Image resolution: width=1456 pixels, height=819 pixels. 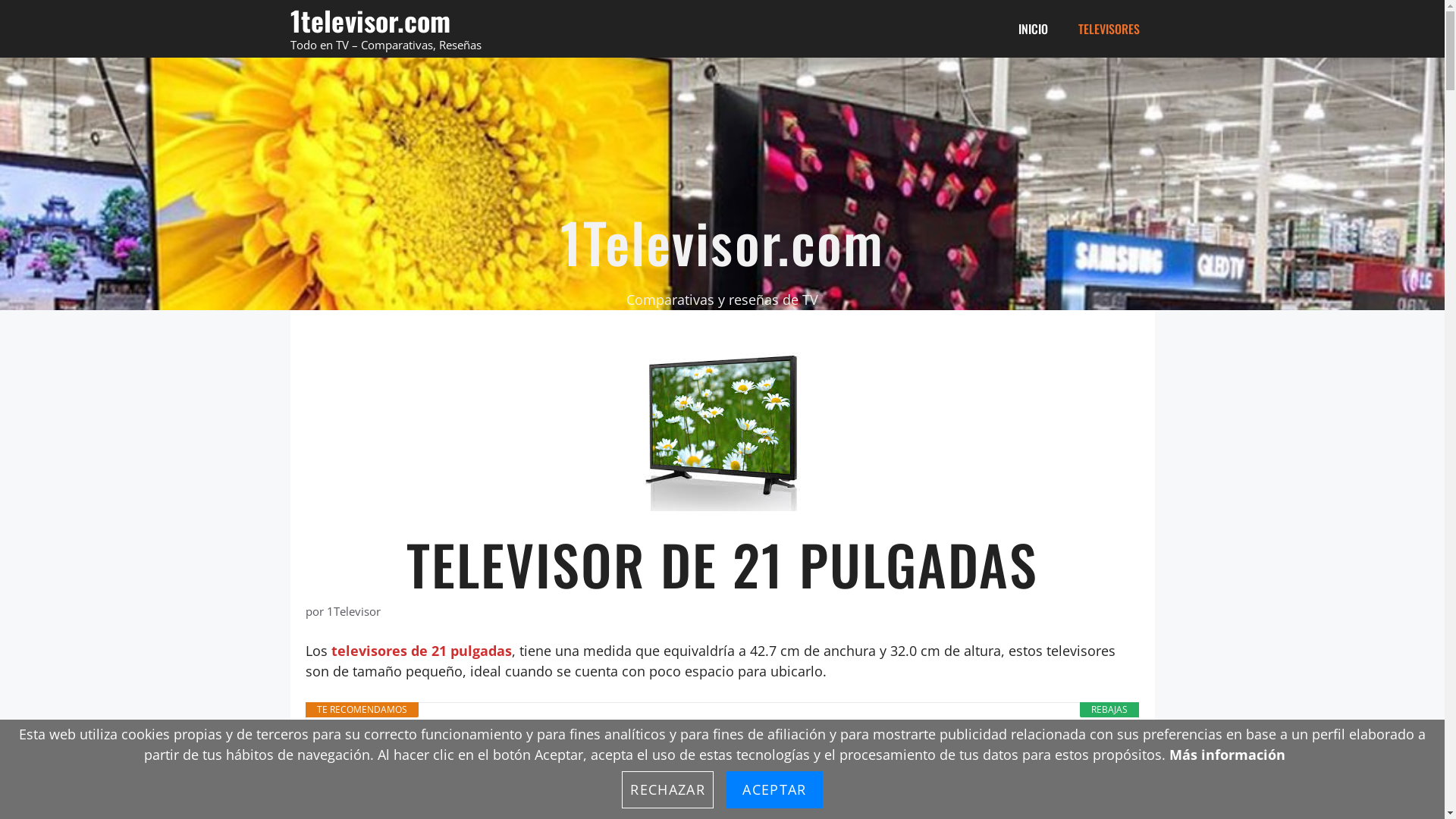 What do you see at coordinates (1109, 29) in the screenshot?
I see `'TELEVISORES'` at bounding box center [1109, 29].